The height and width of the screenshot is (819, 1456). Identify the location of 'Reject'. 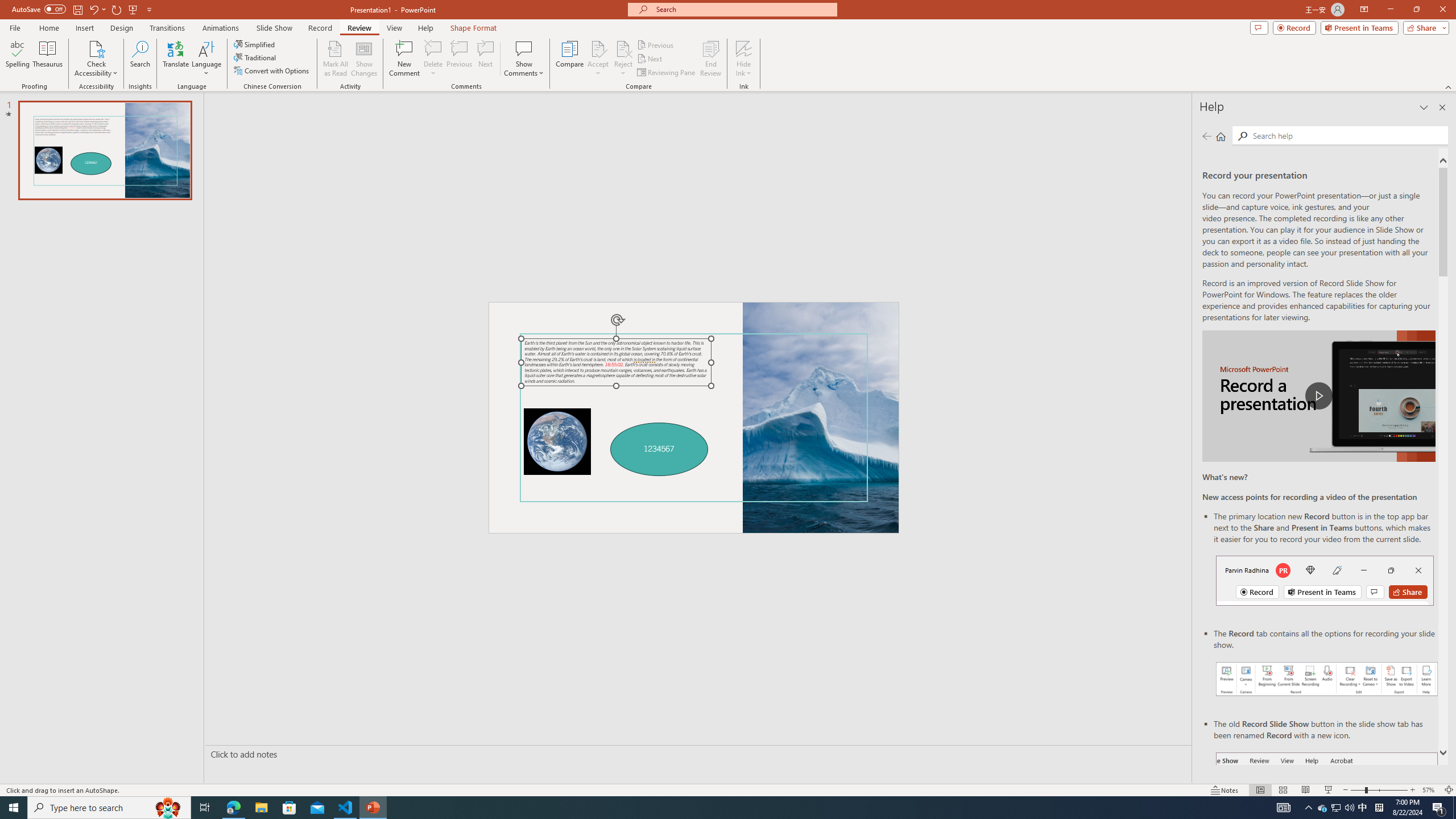
(622, 59).